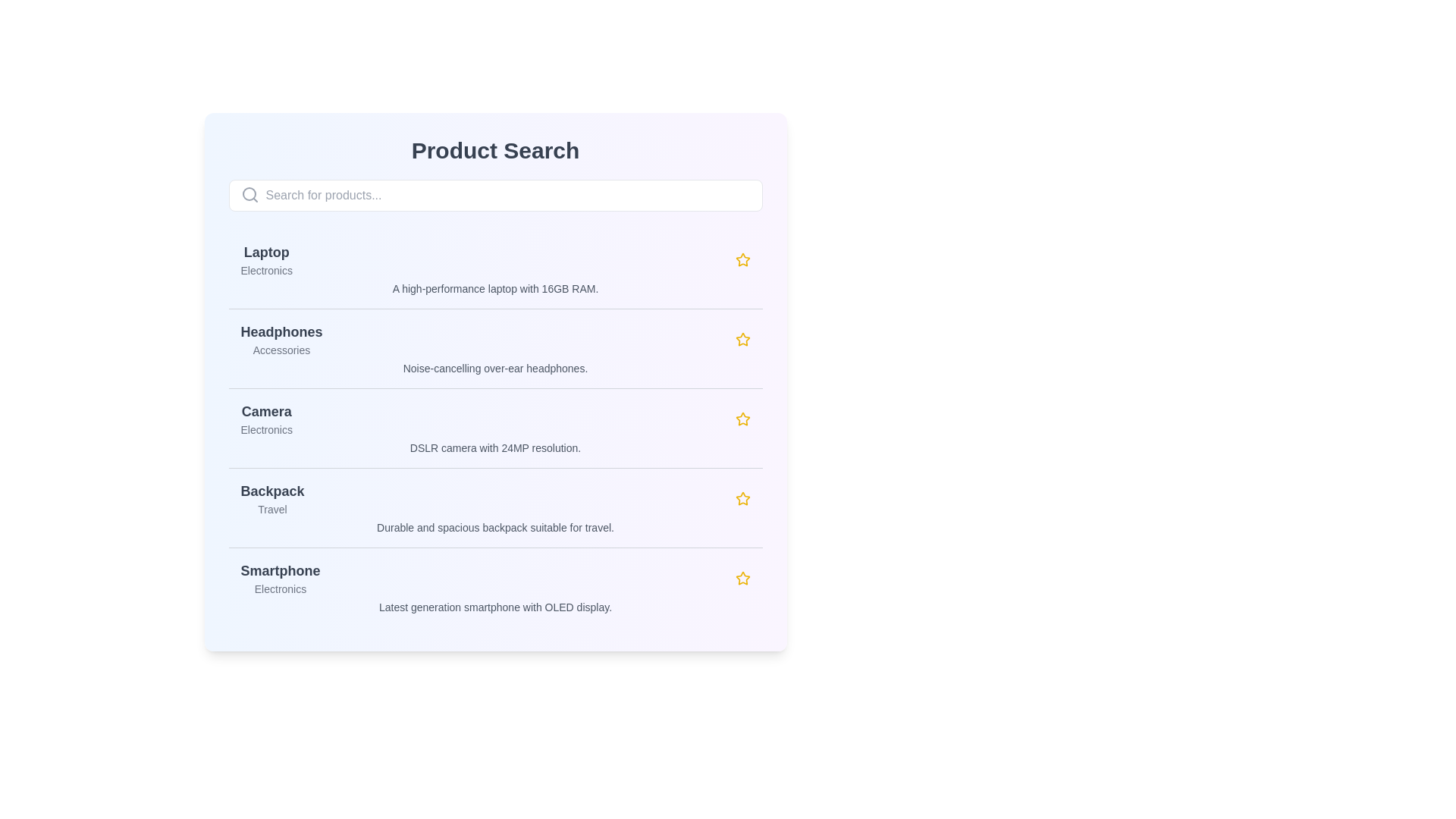 This screenshot has height=819, width=1456. Describe the element at coordinates (742, 259) in the screenshot. I see `the first star icon filled with a golden-yellow color, outlined with a dark border, located to the right of the 'Laptop' item in the list` at that location.